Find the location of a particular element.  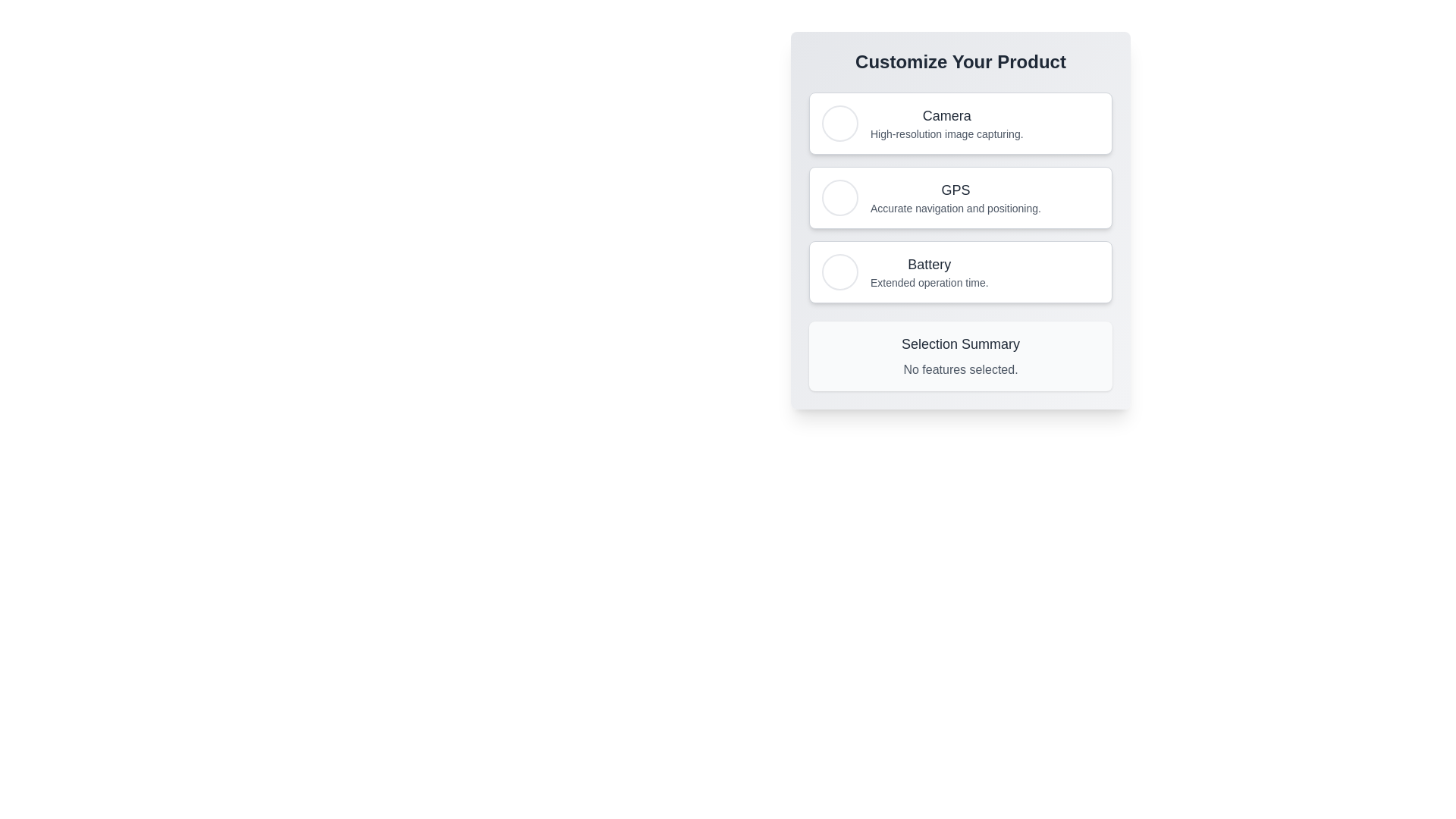

the text block that displays 'Battery' in bold and 'Extended operation time.' in a smaller font by bringing it into view if necessary is located at coordinates (928, 271).